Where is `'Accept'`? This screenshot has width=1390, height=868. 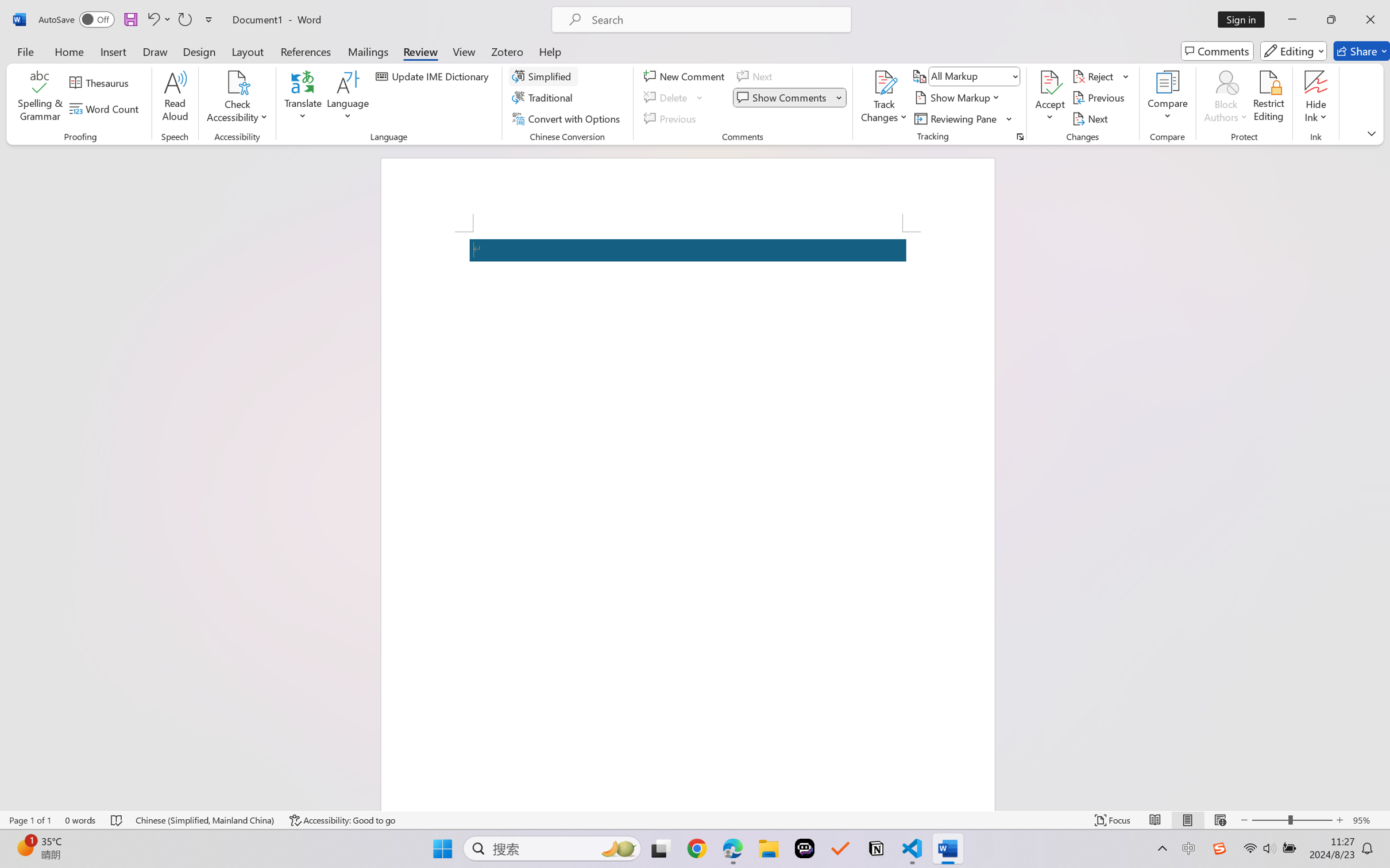 'Accept' is located at coordinates (1049, 98).